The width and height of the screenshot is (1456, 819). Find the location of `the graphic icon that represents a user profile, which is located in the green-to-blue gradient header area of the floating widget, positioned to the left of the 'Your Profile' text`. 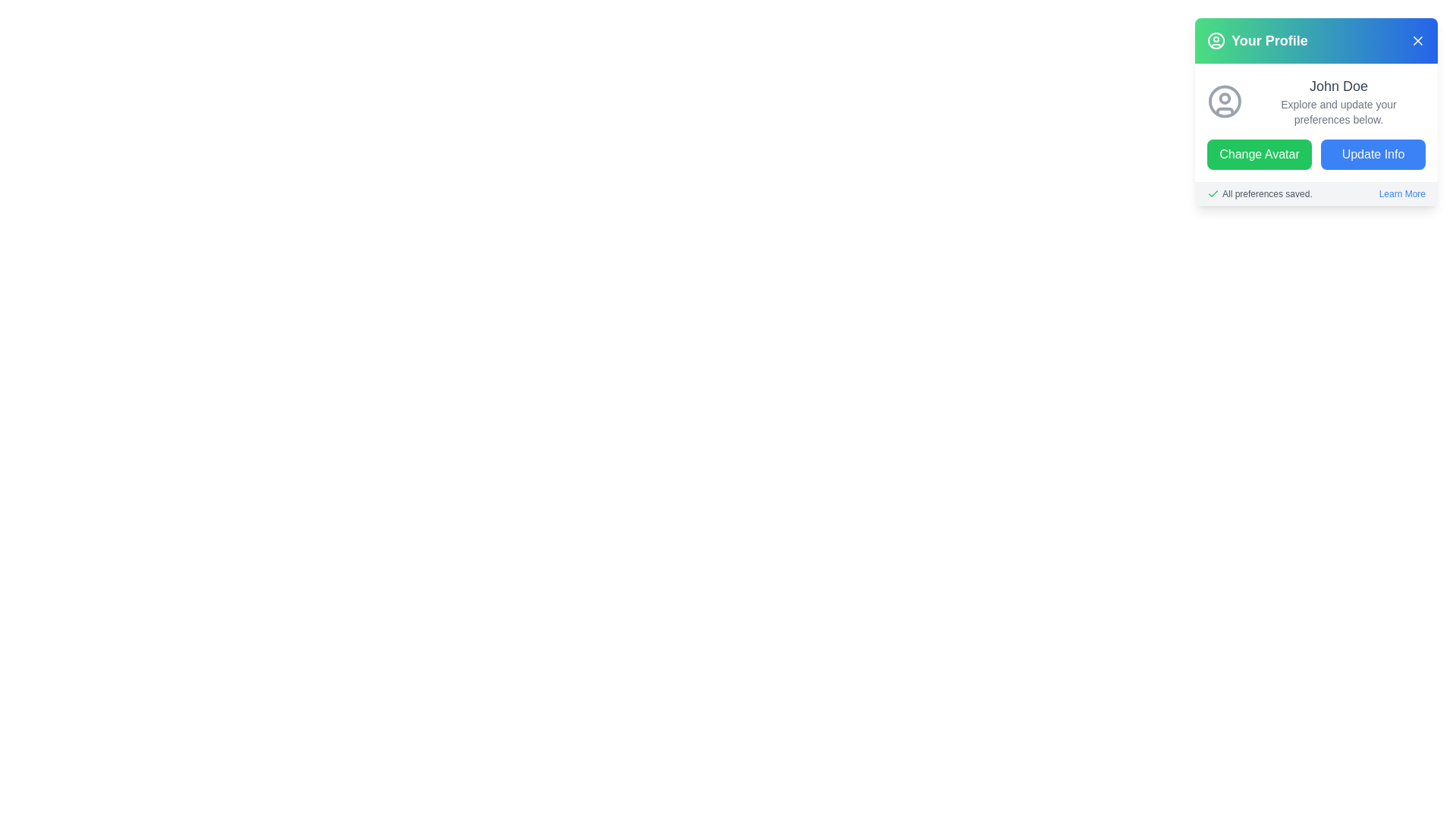

the graphic icon that represents a user profile, which is located in the green-to-blue gradient header area of the floating widget, positioned to the left of the 'Your Profile' text is located at coordinates (1216, 40).